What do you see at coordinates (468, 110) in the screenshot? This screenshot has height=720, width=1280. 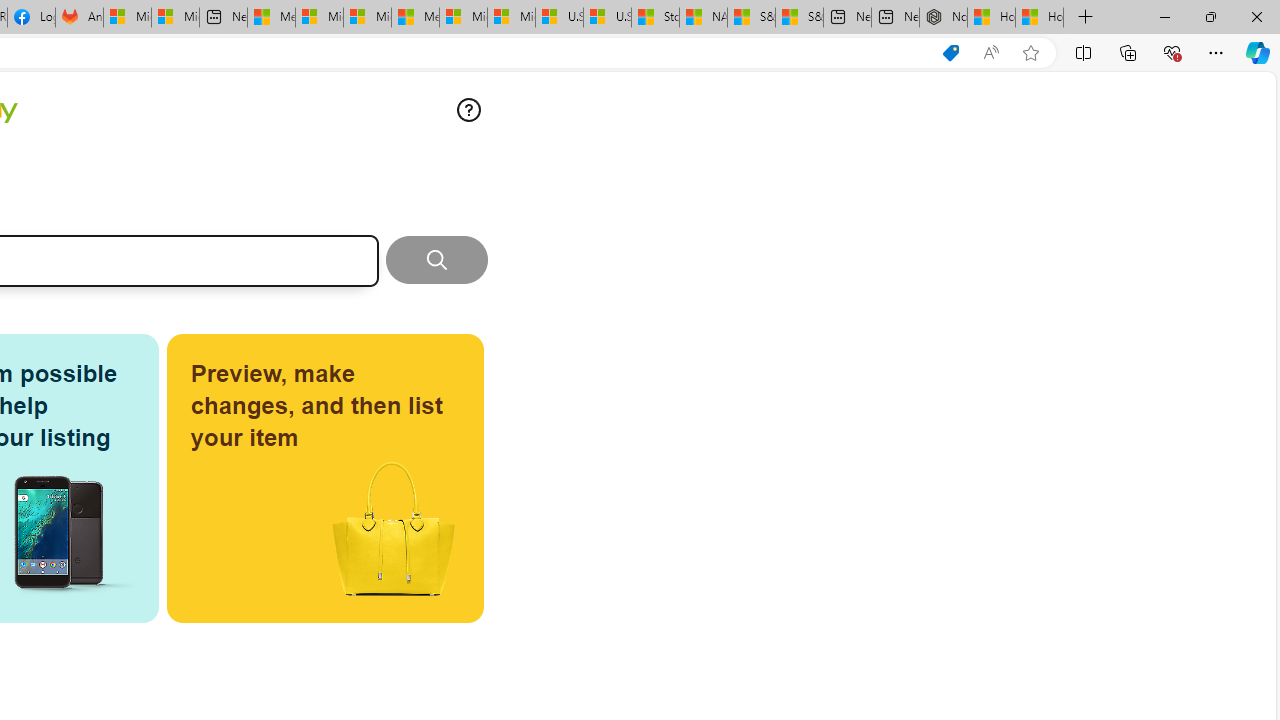 I see `'Comment about your experience on this page.'` at bounding box center [468, 110].